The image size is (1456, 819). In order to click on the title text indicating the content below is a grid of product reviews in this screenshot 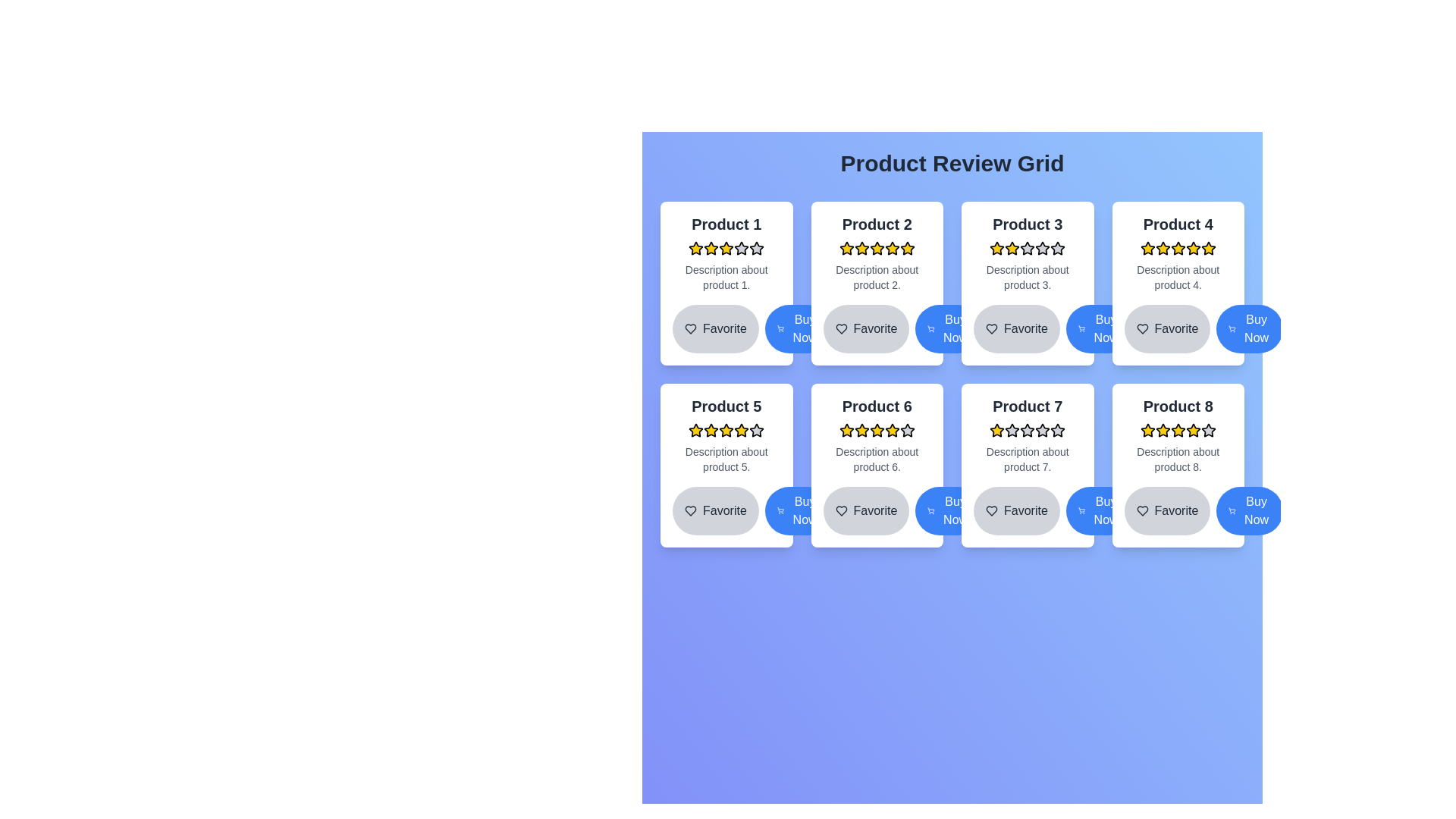, I will do `click(952, 164)`.